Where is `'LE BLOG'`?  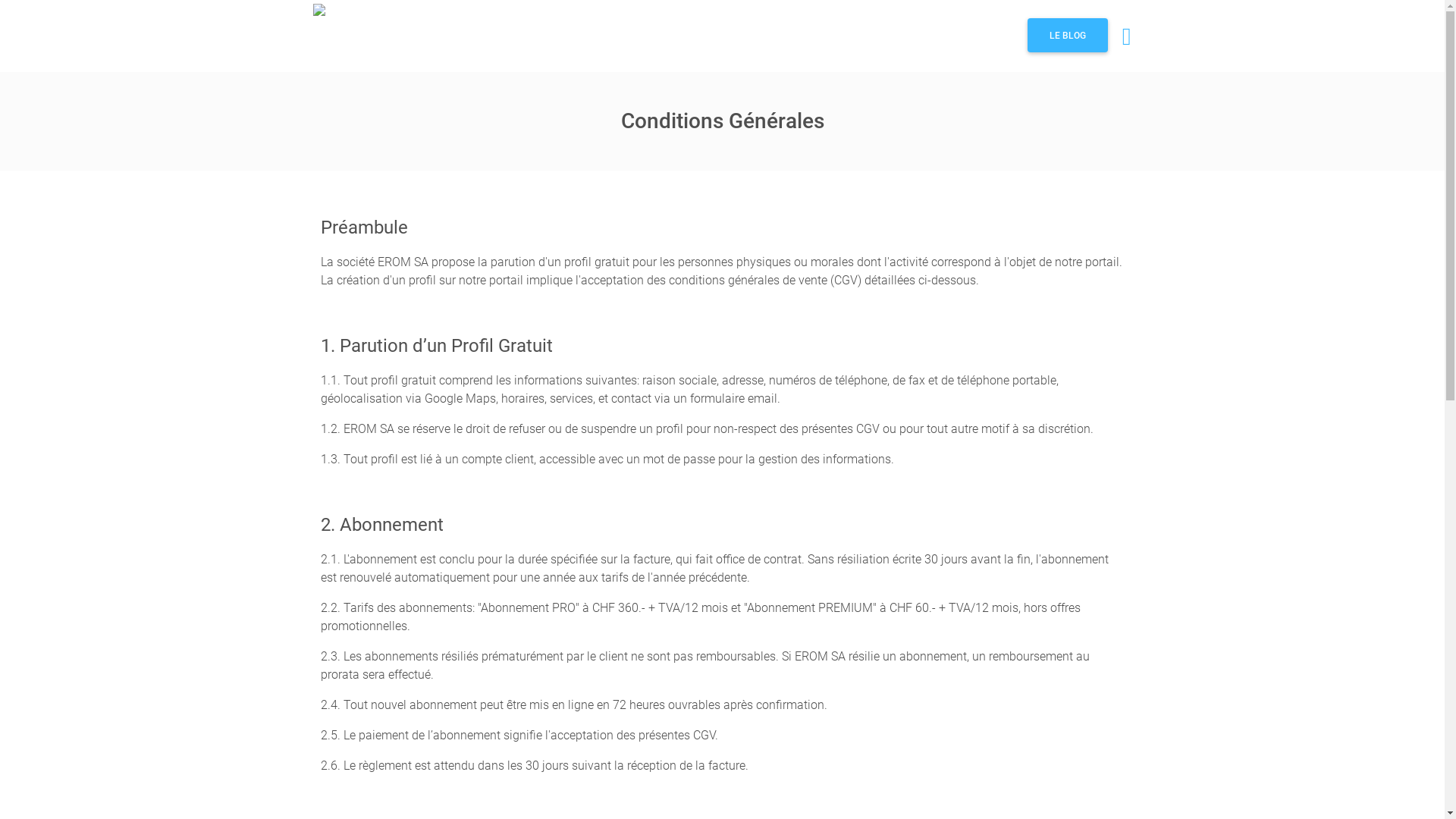 'LE BLOG' is located at coordinates (1066, 34).